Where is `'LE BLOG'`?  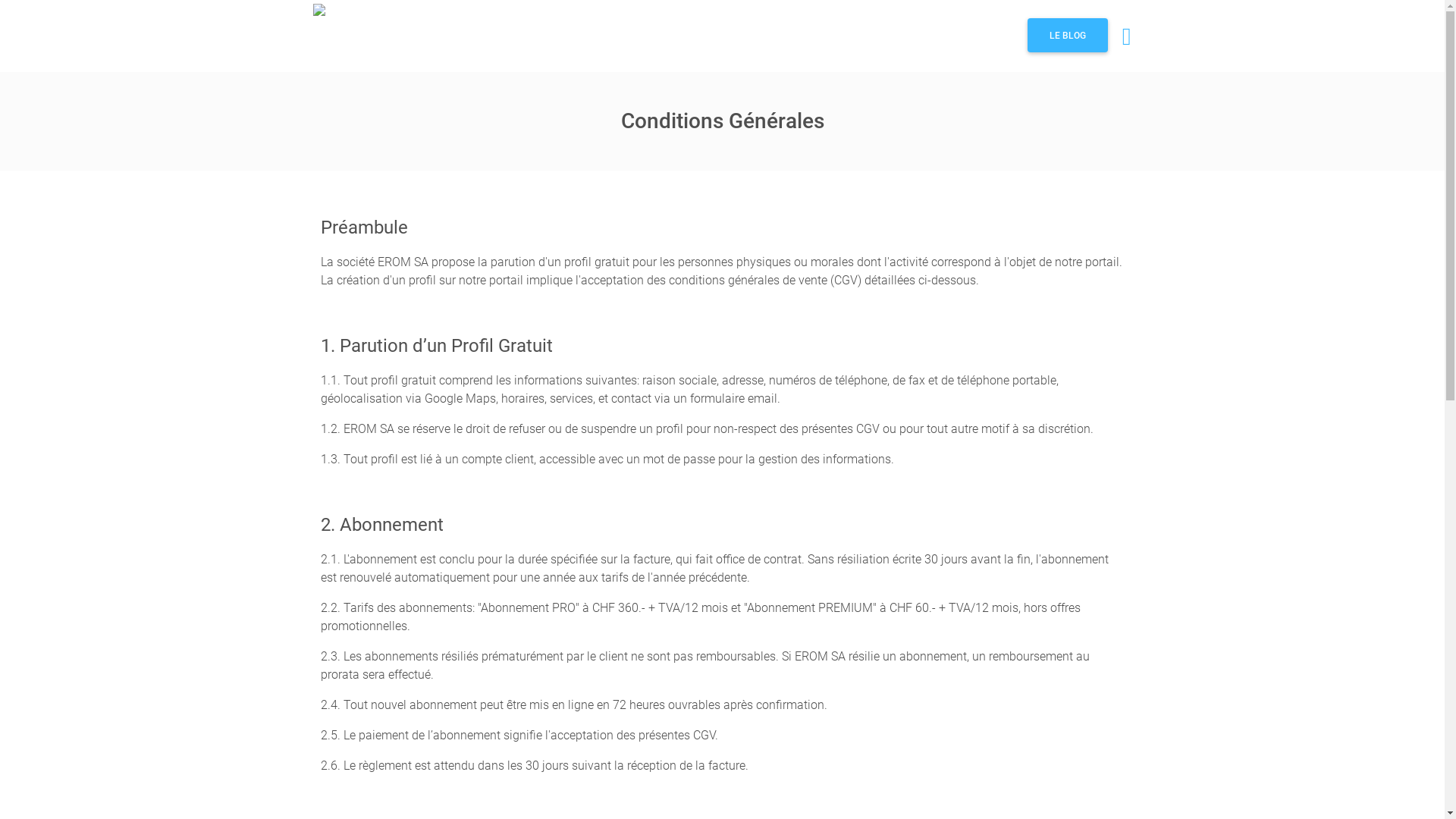 'LE BLOG' is located at coordinates (1066, 34).